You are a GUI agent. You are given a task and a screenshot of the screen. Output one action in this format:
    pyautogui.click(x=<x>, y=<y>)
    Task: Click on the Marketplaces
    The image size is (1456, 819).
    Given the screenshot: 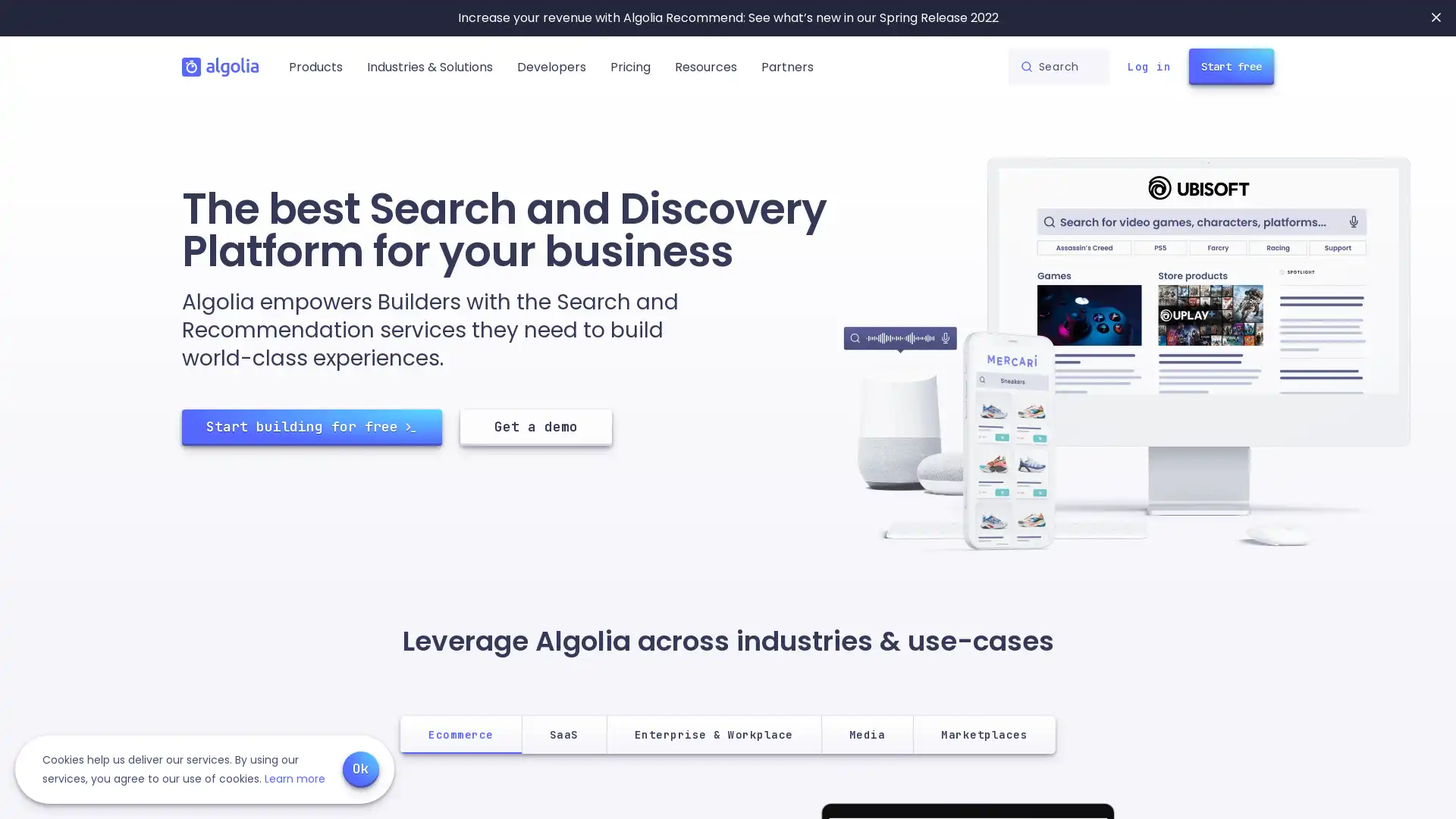 What is the action you would take?
    pyautogui.click(x=984, y=733)
    